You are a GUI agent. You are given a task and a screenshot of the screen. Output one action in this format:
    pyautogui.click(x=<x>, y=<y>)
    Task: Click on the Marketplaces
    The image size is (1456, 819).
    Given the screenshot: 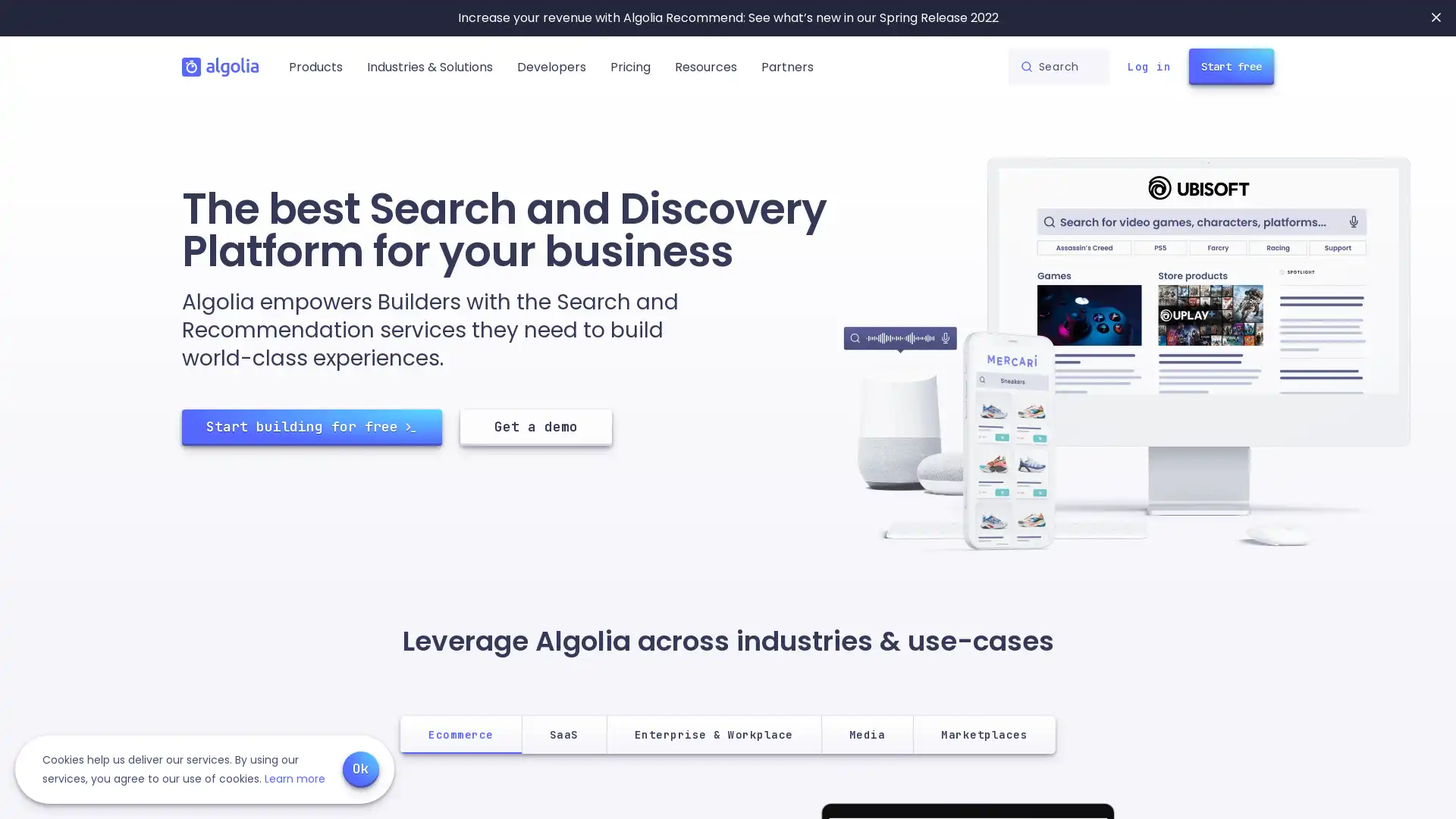 What is the action you would take?
    pyautogui.click(x=984, y=733)
    